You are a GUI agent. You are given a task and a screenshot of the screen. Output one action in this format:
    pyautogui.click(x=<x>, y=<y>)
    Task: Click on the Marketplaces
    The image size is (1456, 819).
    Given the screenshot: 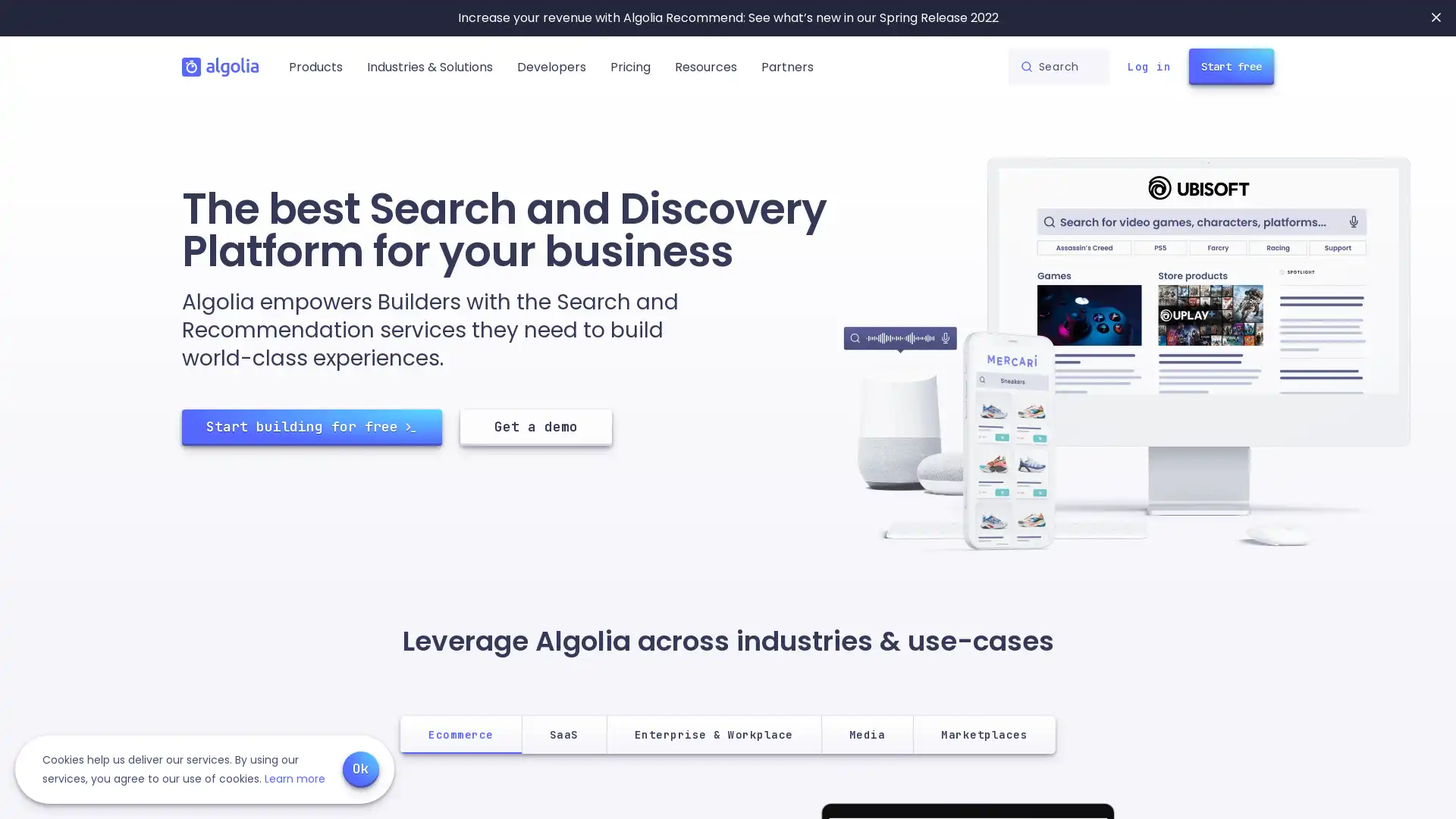 What is the action you would take?
    pyautogui.click(x=984, y=733)
    